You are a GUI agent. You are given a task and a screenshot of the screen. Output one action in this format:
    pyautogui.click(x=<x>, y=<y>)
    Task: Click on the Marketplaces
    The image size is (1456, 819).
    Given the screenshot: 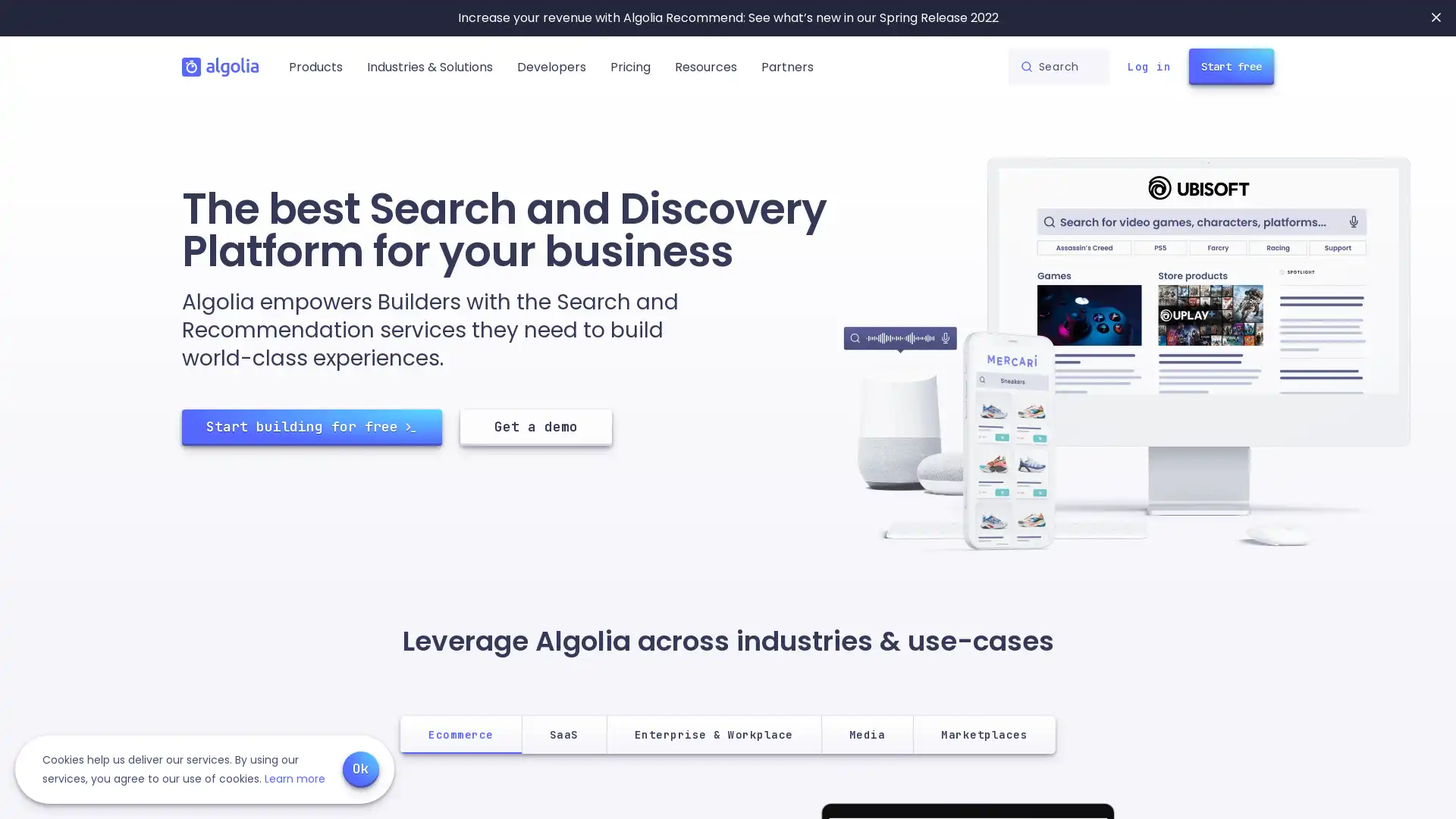 What is the action you would take?
    pyautogui.click(x=984, y=733)
    